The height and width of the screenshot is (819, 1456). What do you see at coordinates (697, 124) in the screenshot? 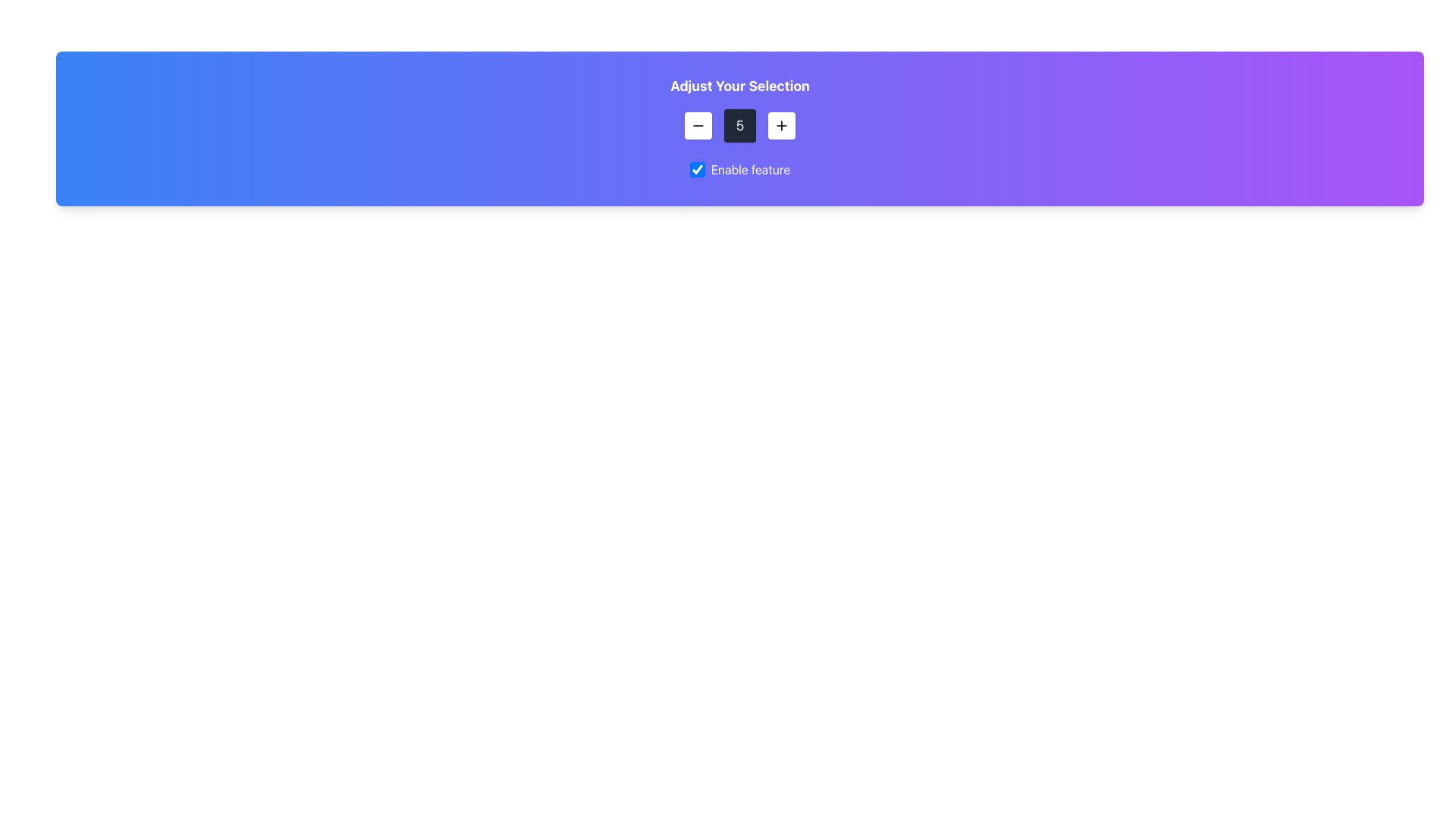
I see `the Button with a Minus icon located within a white circular button` at bounding box center [697, 124].